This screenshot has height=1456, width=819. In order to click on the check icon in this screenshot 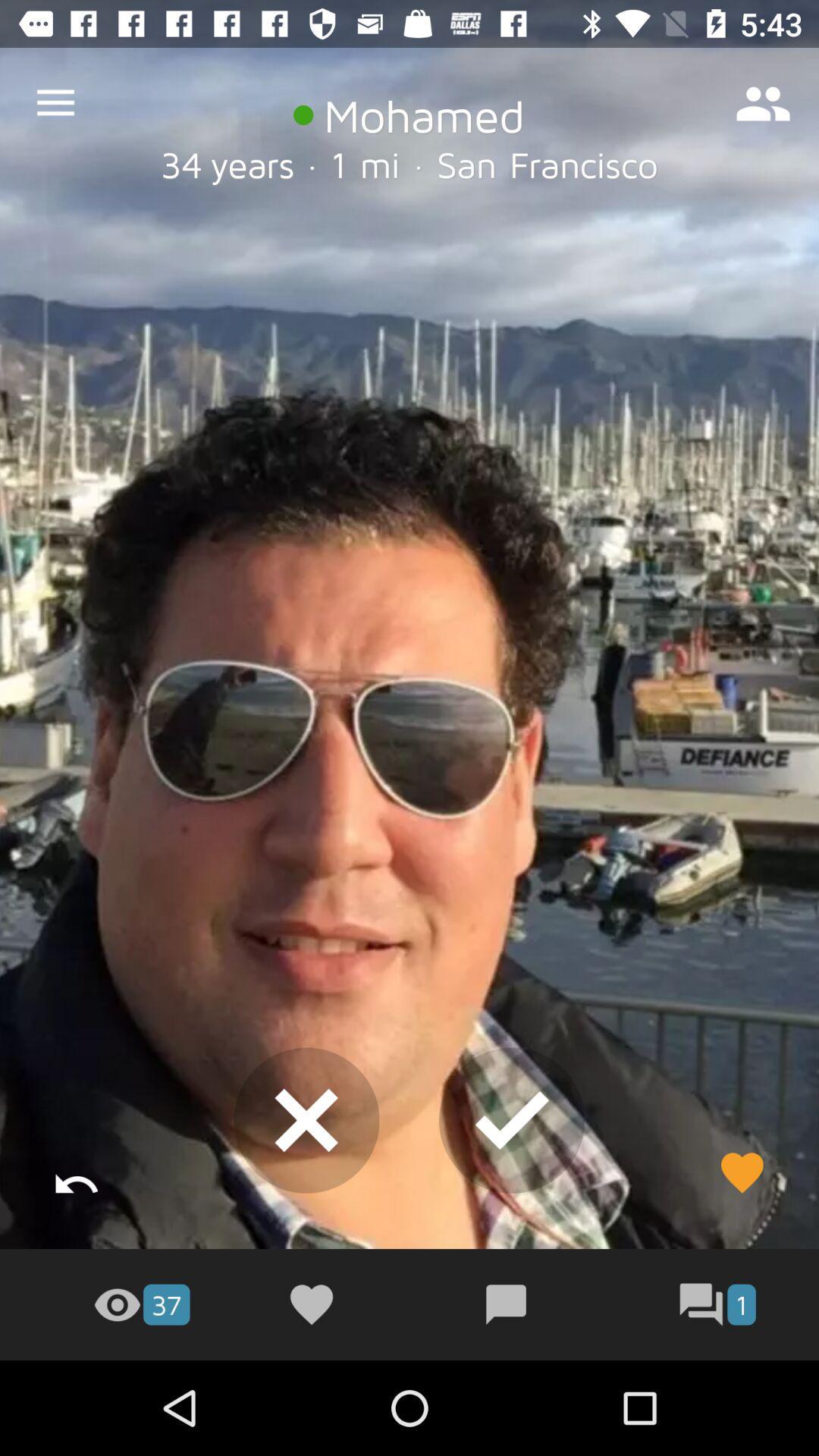, I will do `click(512, 1120)`.